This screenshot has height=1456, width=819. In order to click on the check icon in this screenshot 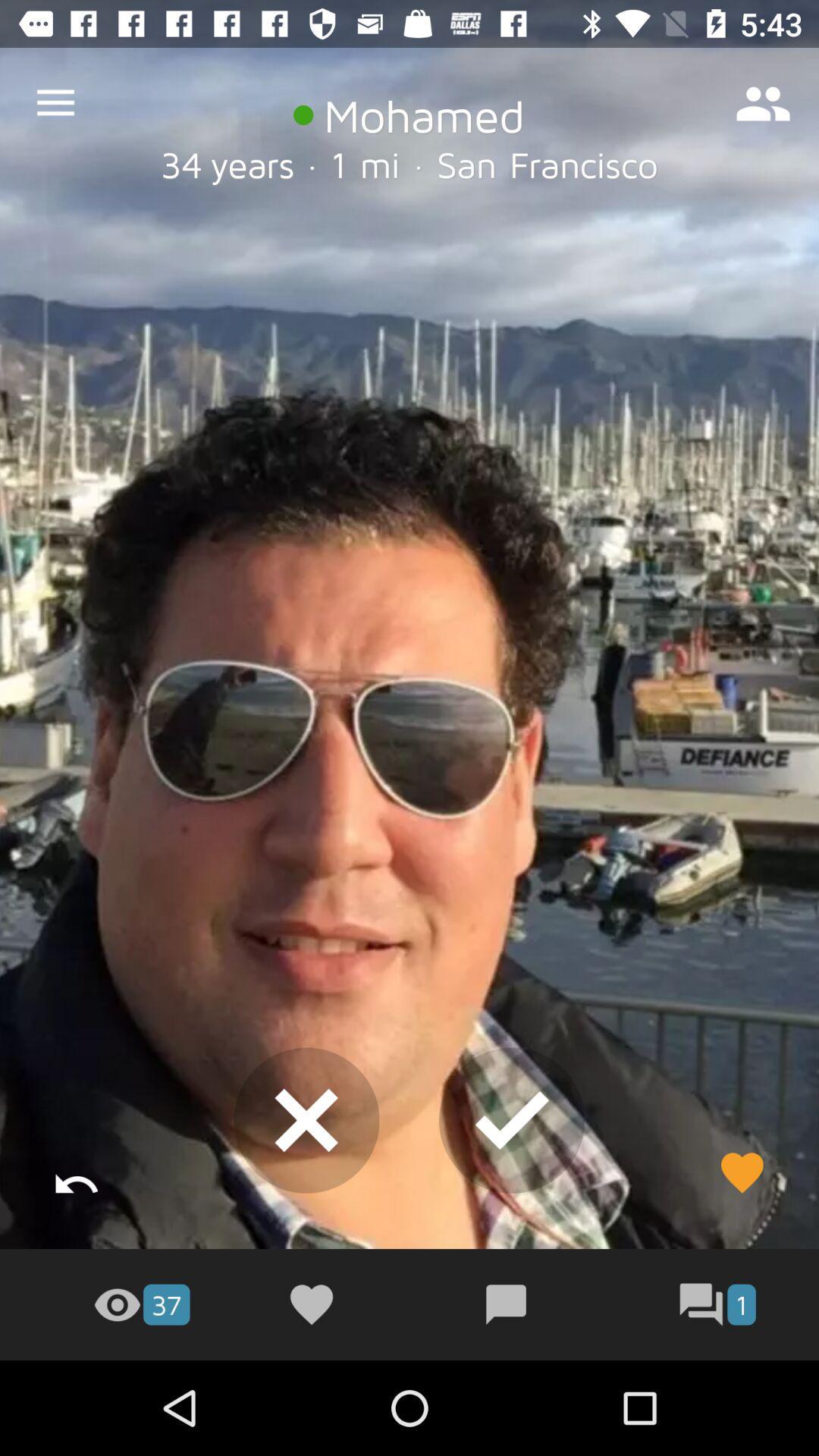, I will do `click(512, 1120)`.